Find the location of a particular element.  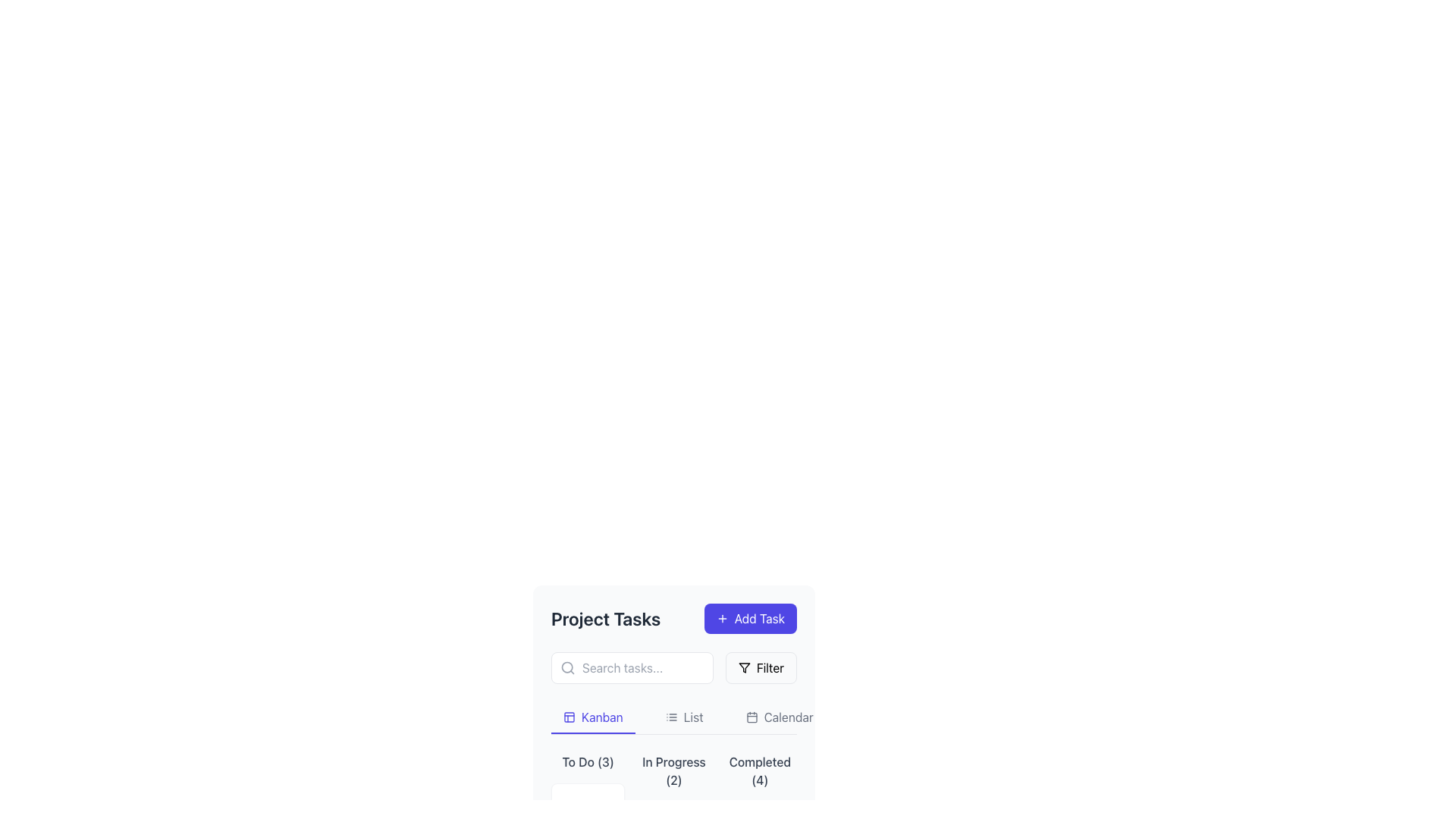

the 'Calendar' icon located within the navigation tab is located at coordinates (752, 717).